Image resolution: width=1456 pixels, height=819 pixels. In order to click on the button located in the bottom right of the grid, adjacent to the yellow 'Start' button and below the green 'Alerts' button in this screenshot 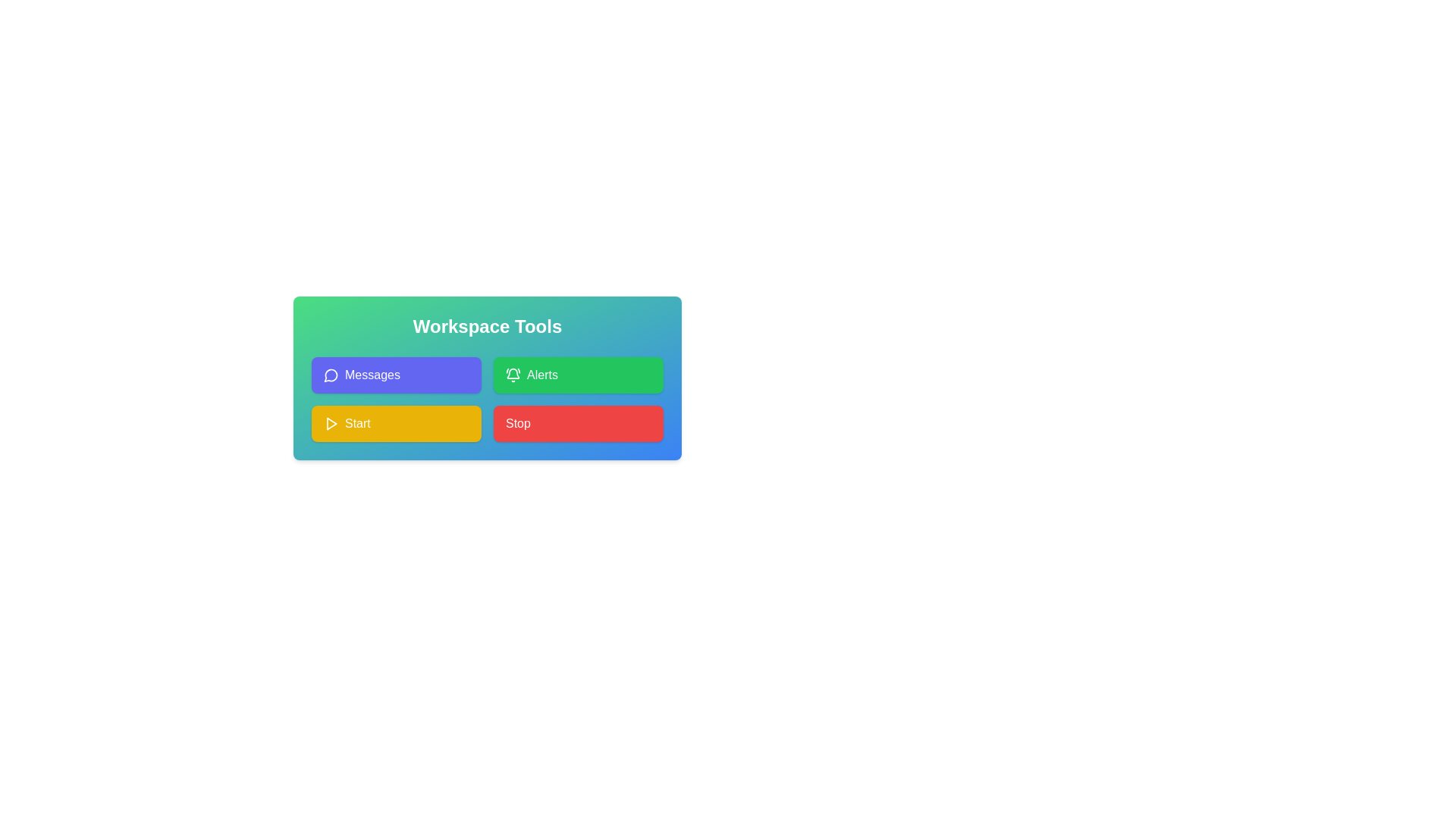, I will do `click(578, 424)`.